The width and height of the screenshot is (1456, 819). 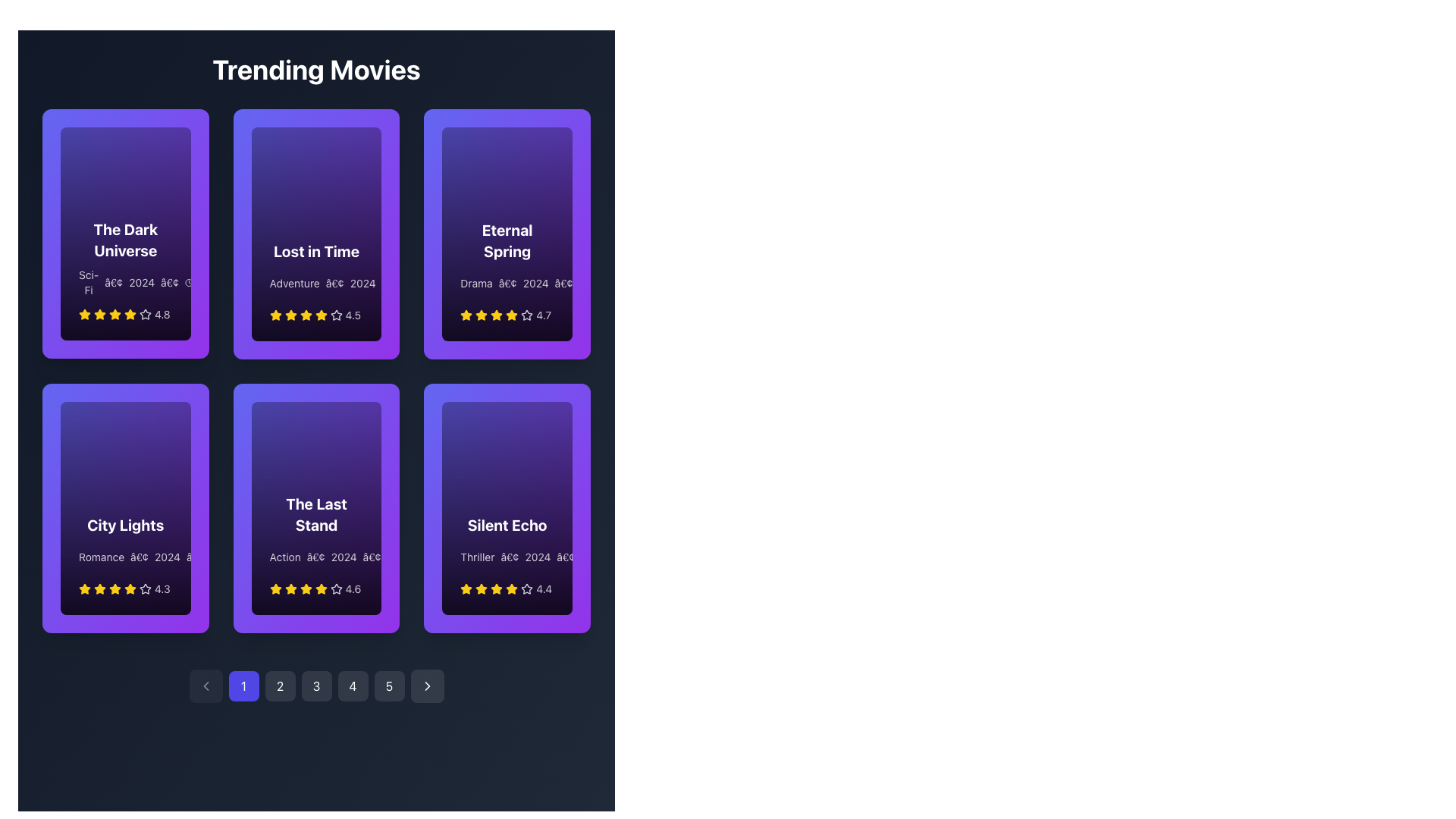 What do you see at coordinates (146, 587) in the screenshot?
I see `the seventh star-shaped icon in the rating system located beneath the text 'City Lights'` at bounding box center [146, 587].